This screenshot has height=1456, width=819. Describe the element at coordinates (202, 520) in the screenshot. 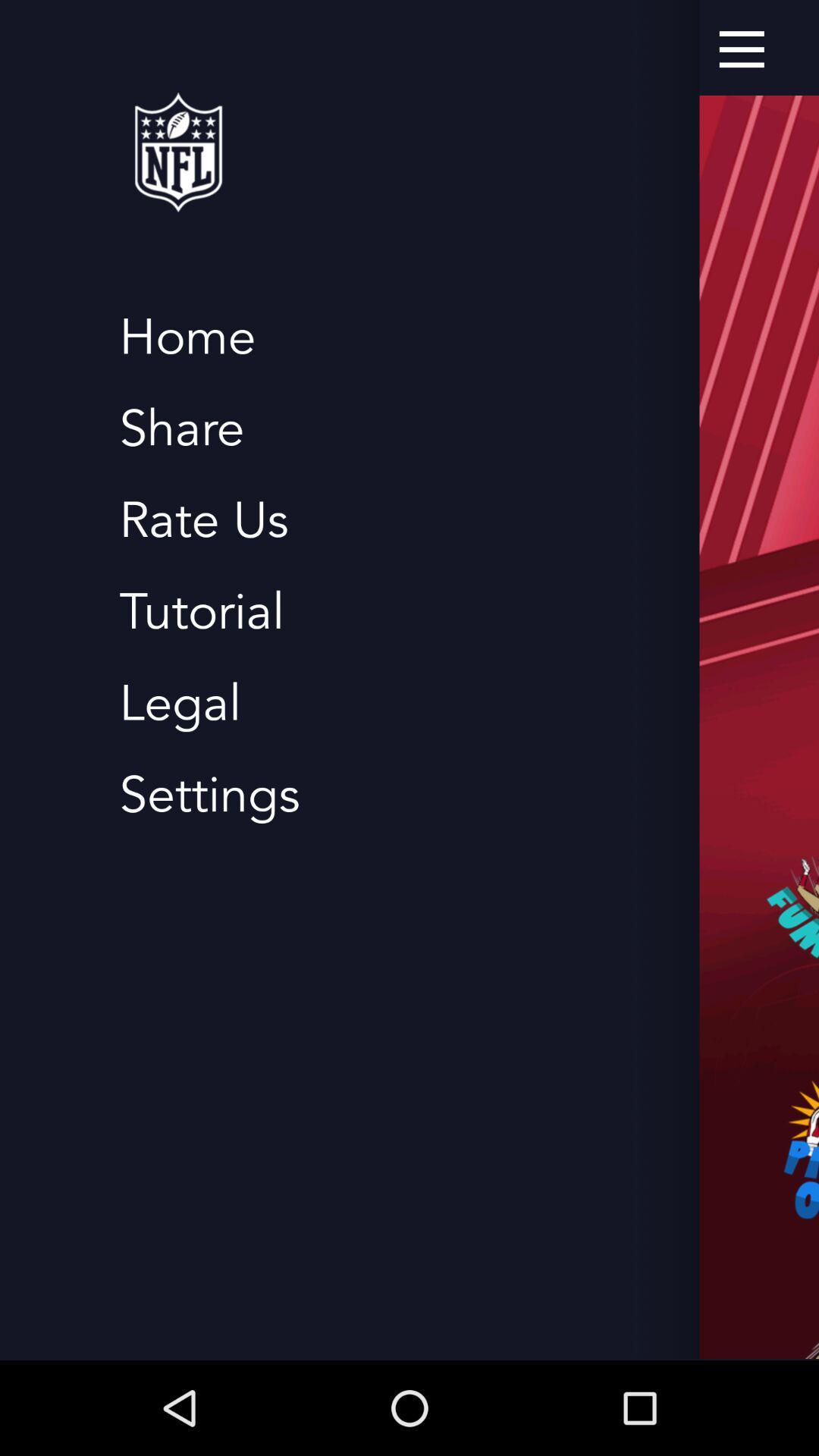

I see `rate us` at that location.